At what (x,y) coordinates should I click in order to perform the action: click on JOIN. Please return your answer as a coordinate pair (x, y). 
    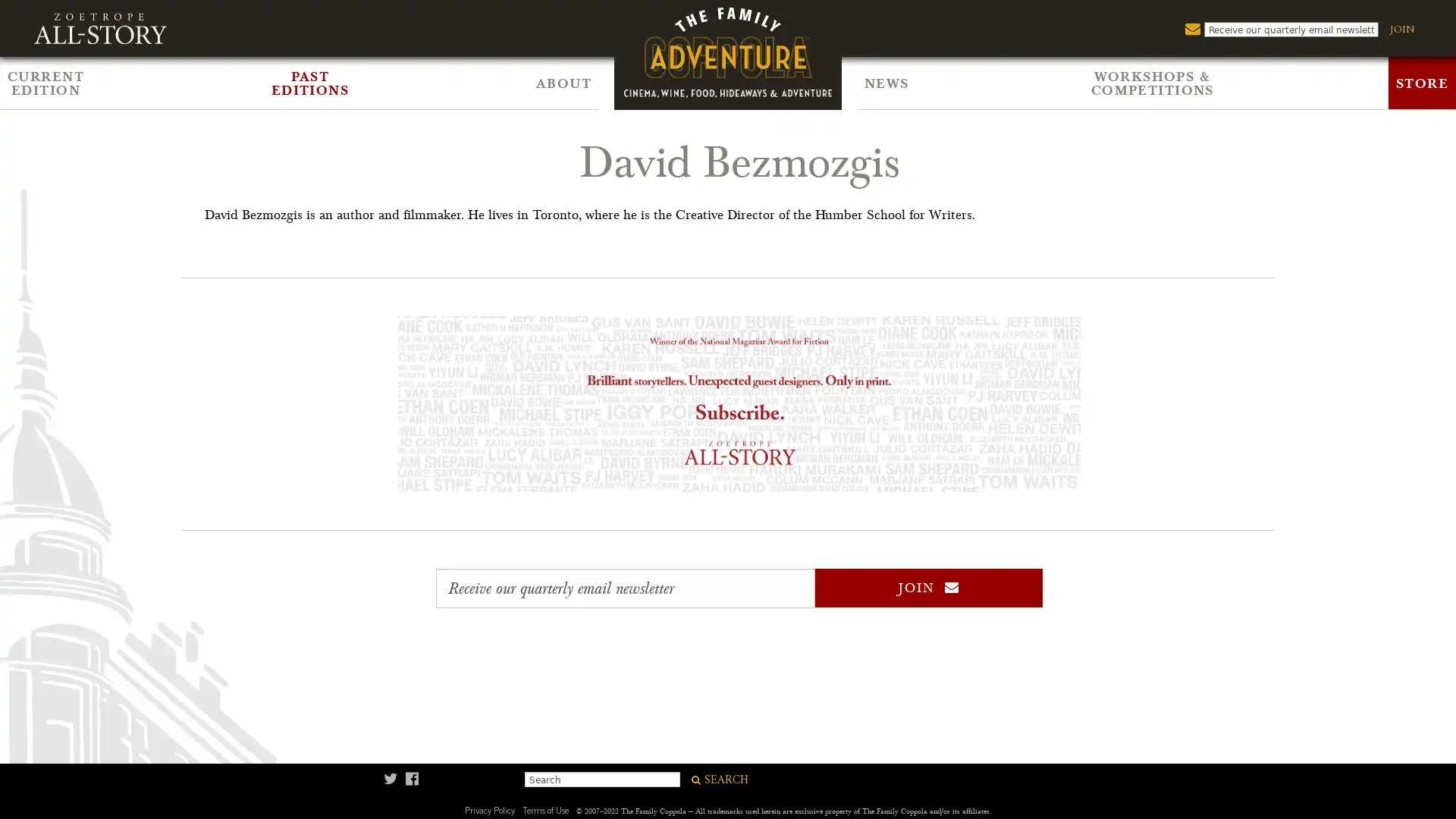
    Looking at the image, I should click on (927, 587).